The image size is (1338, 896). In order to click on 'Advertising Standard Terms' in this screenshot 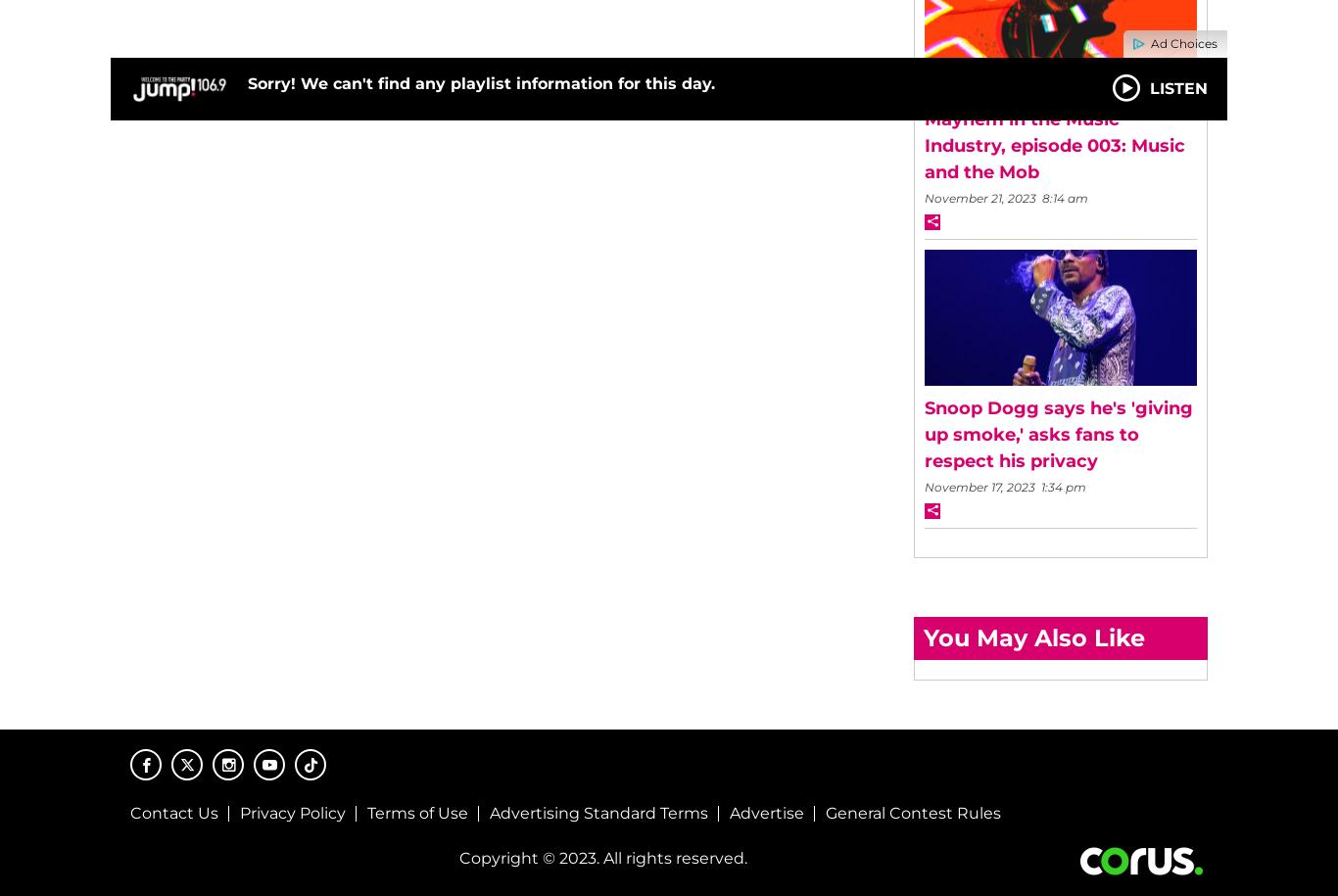, I will do `click(489, 813)`.